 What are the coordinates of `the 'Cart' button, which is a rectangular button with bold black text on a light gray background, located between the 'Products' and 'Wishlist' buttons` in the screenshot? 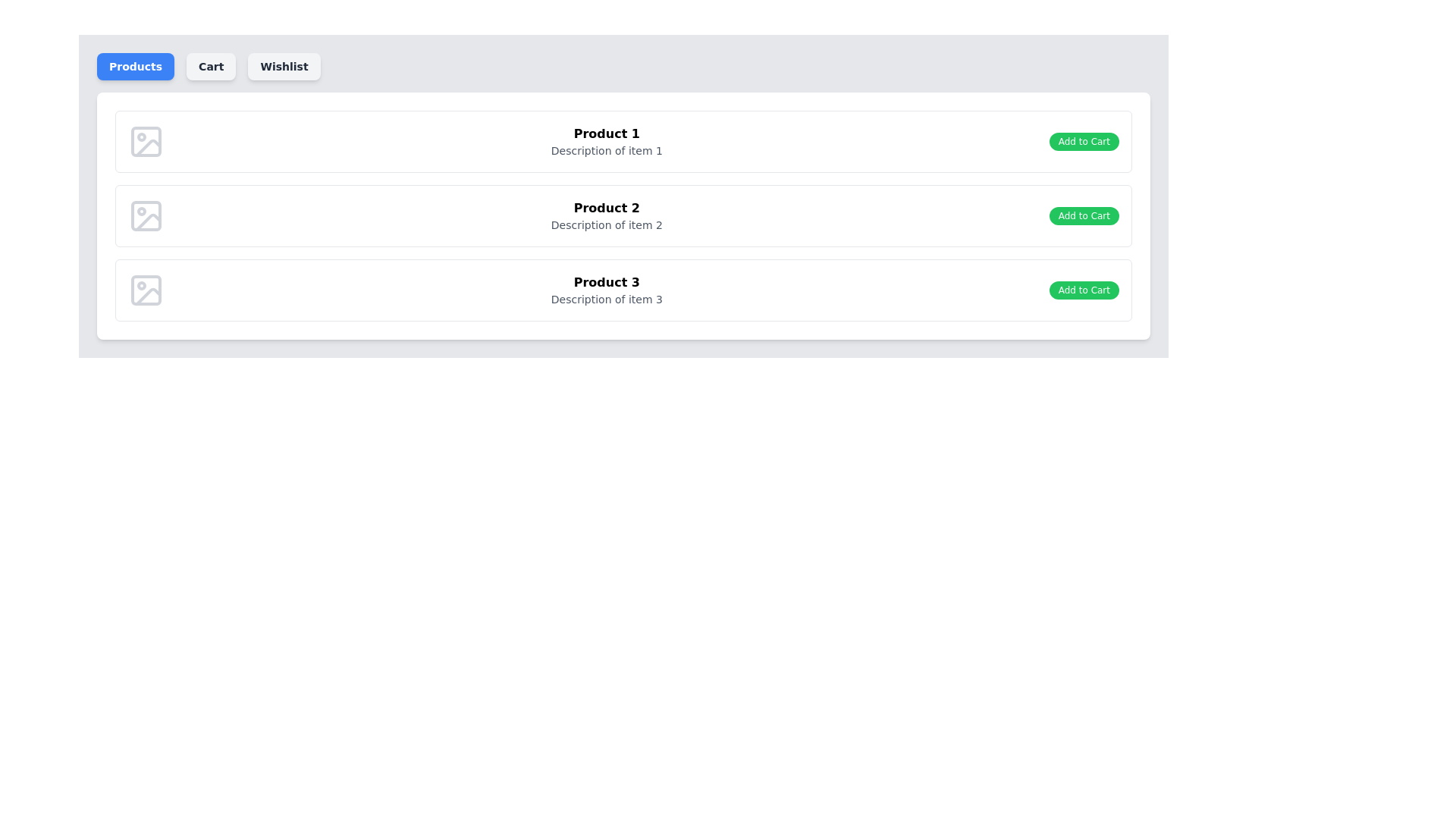 It's located at (210, 66).